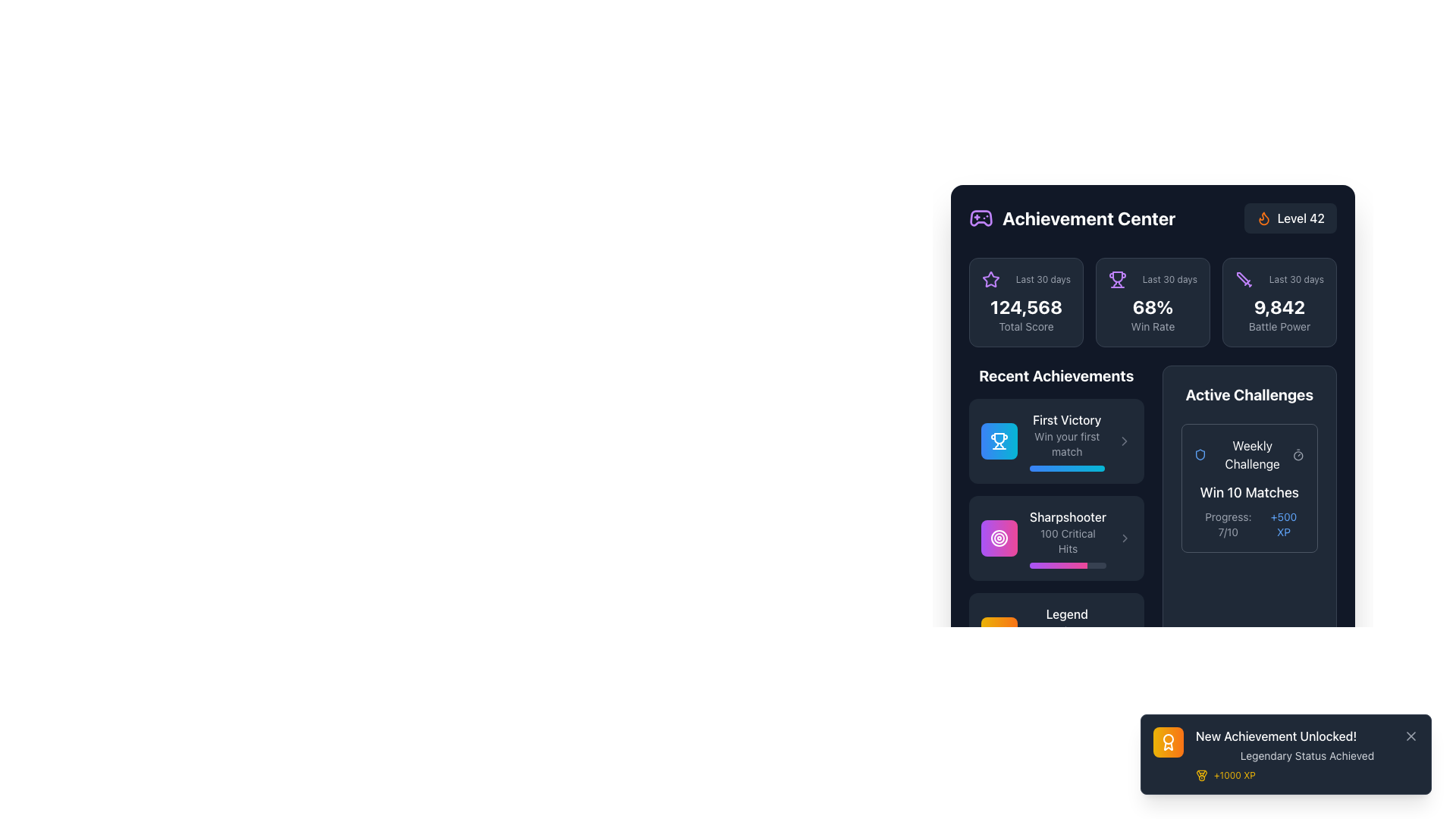 Image resolution: width=1456 pixels, height=819 pixels. I want to click on the star icon located at the top-left of the 'Last 30 days' section, which precedes the numerical text '124,568', so click(990, 280).